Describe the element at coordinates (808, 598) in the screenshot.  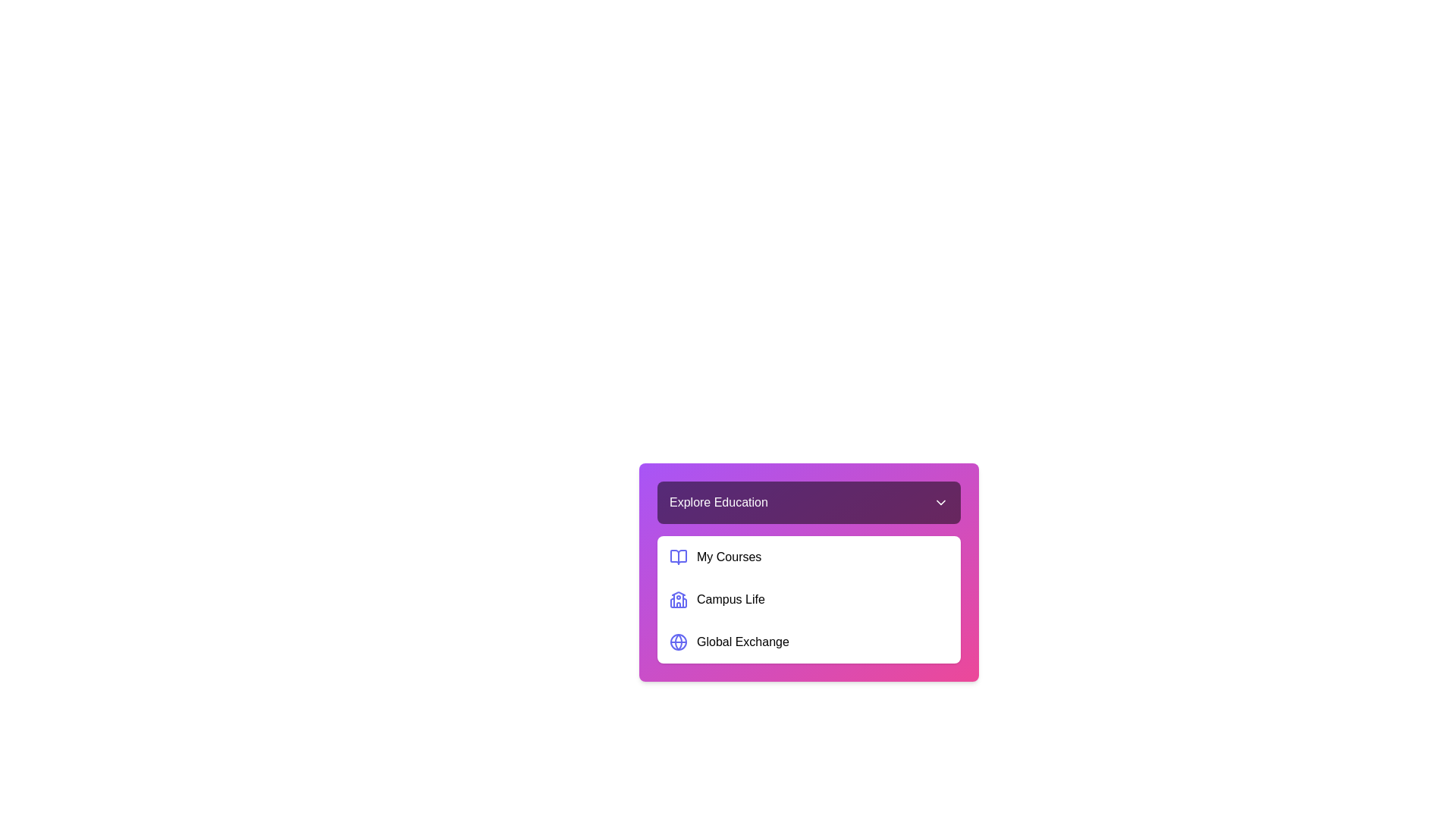
I see `the 'Campus Life' navigational button by` at that location.